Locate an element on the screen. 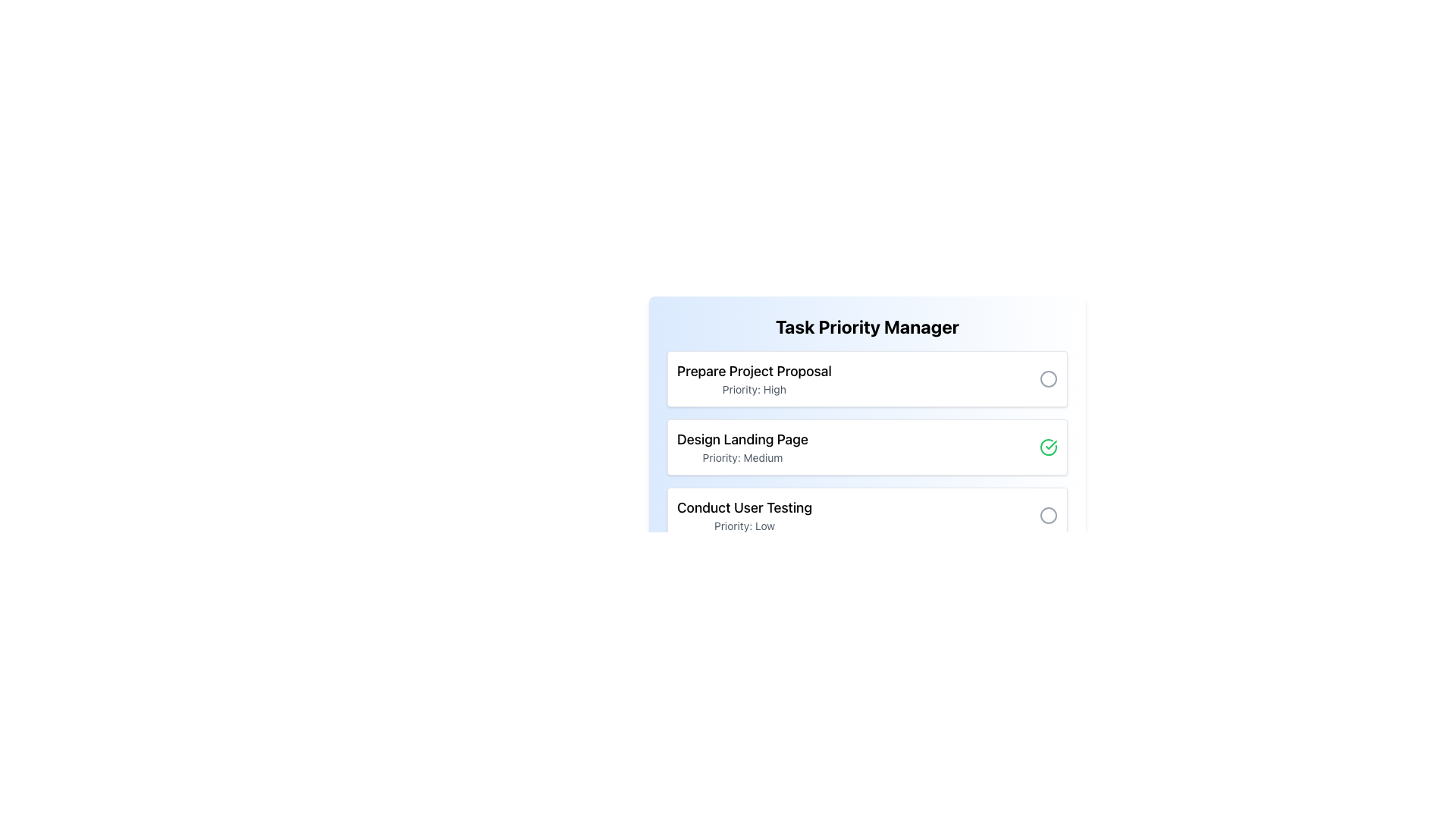 The width and height of the screenshot is (1456, 819). the central circle of the SVG icon used for visual representation next to the 'Conduct User Testing' task in the list of tasks is located at coordinates (1047, 514).